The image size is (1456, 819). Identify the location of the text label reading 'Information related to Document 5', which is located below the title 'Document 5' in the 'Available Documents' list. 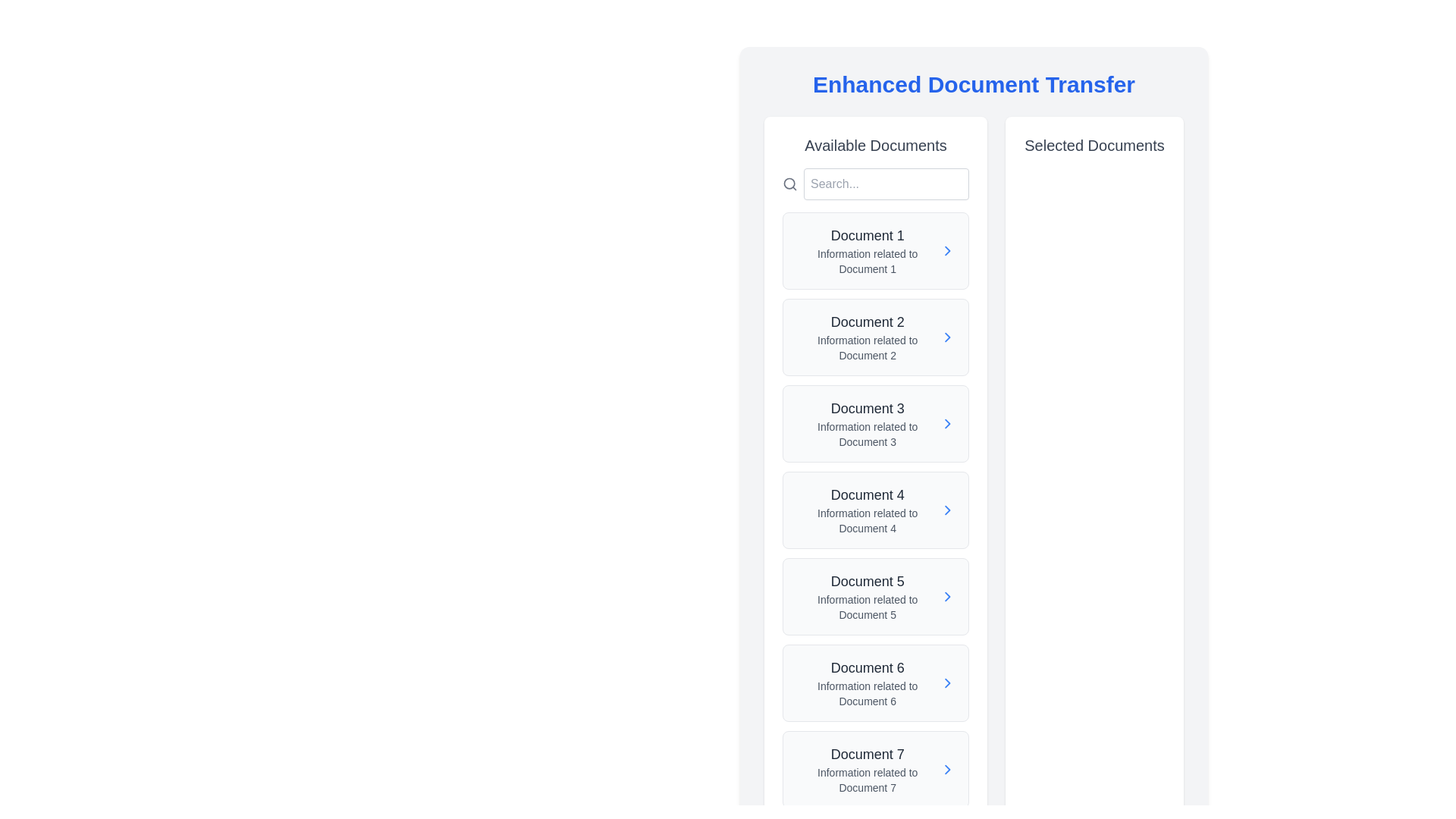
(868, 607).